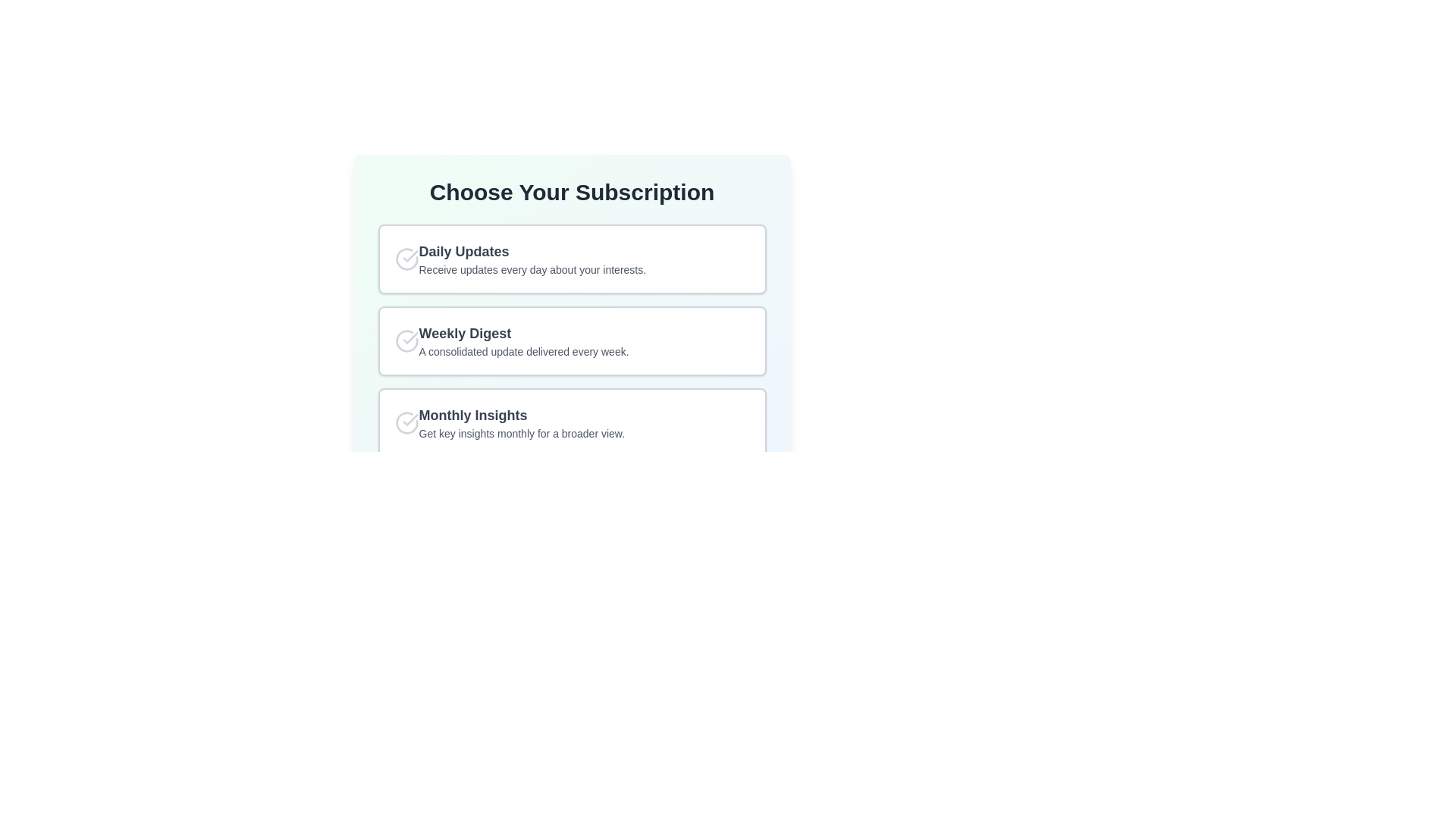 The width and height of the screenshot is (1456, 819). What do you see at coordinates (571, 338) in the screenshot?
I see `the 'Weekly Digest' subscription card, which is the second option in the subscription plan list` at bounding box center [571, 338].